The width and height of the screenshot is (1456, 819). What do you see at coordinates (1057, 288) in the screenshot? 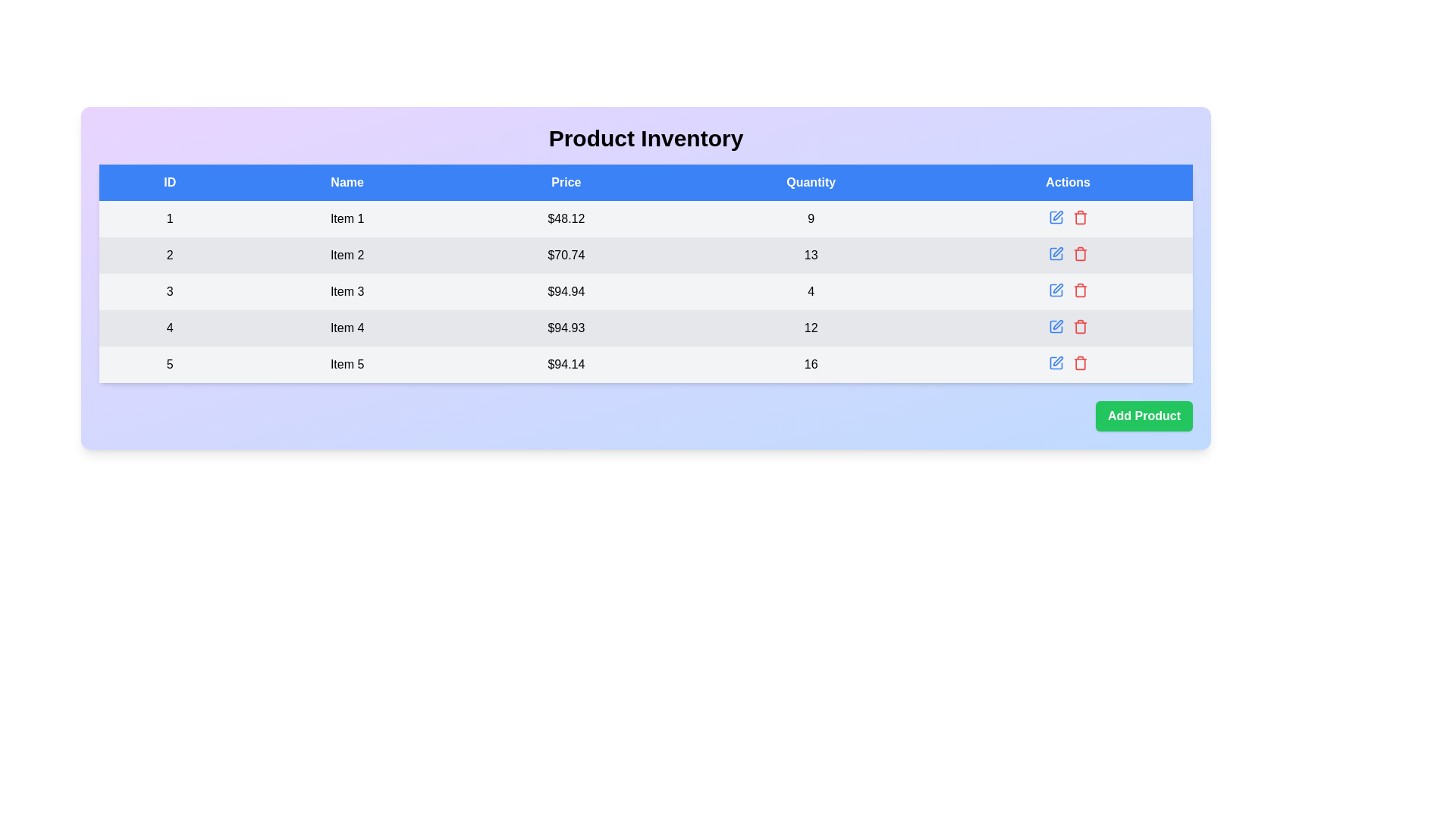
I see `the pen icon button in the Actions column, located in the fourth row, to initiate the editing function` at bounding box center [1057, 288].